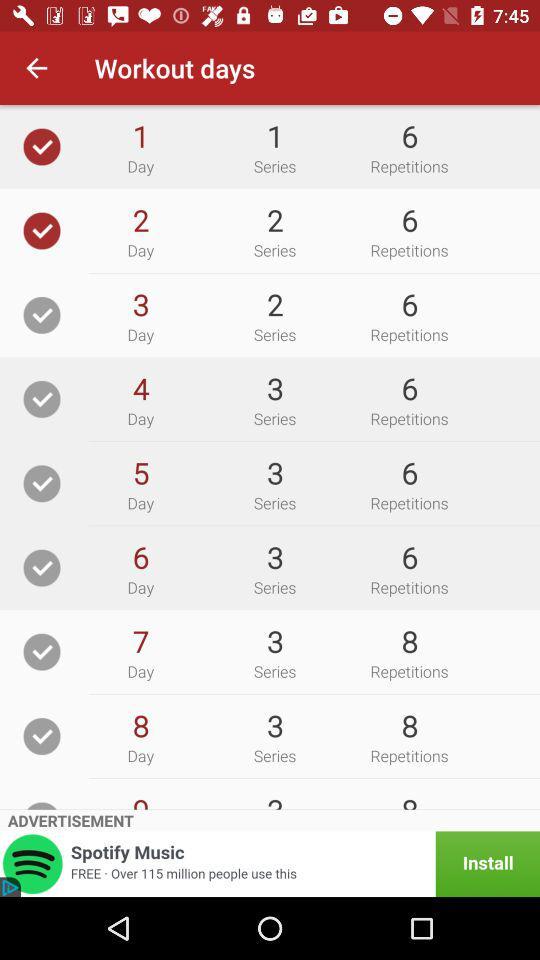 The height and width of the screenshot is (960, 540). What do you see at coordinates (36, 68) in the screenshot?
I see `icon next to workout days app` at bounding box center [36, 68].